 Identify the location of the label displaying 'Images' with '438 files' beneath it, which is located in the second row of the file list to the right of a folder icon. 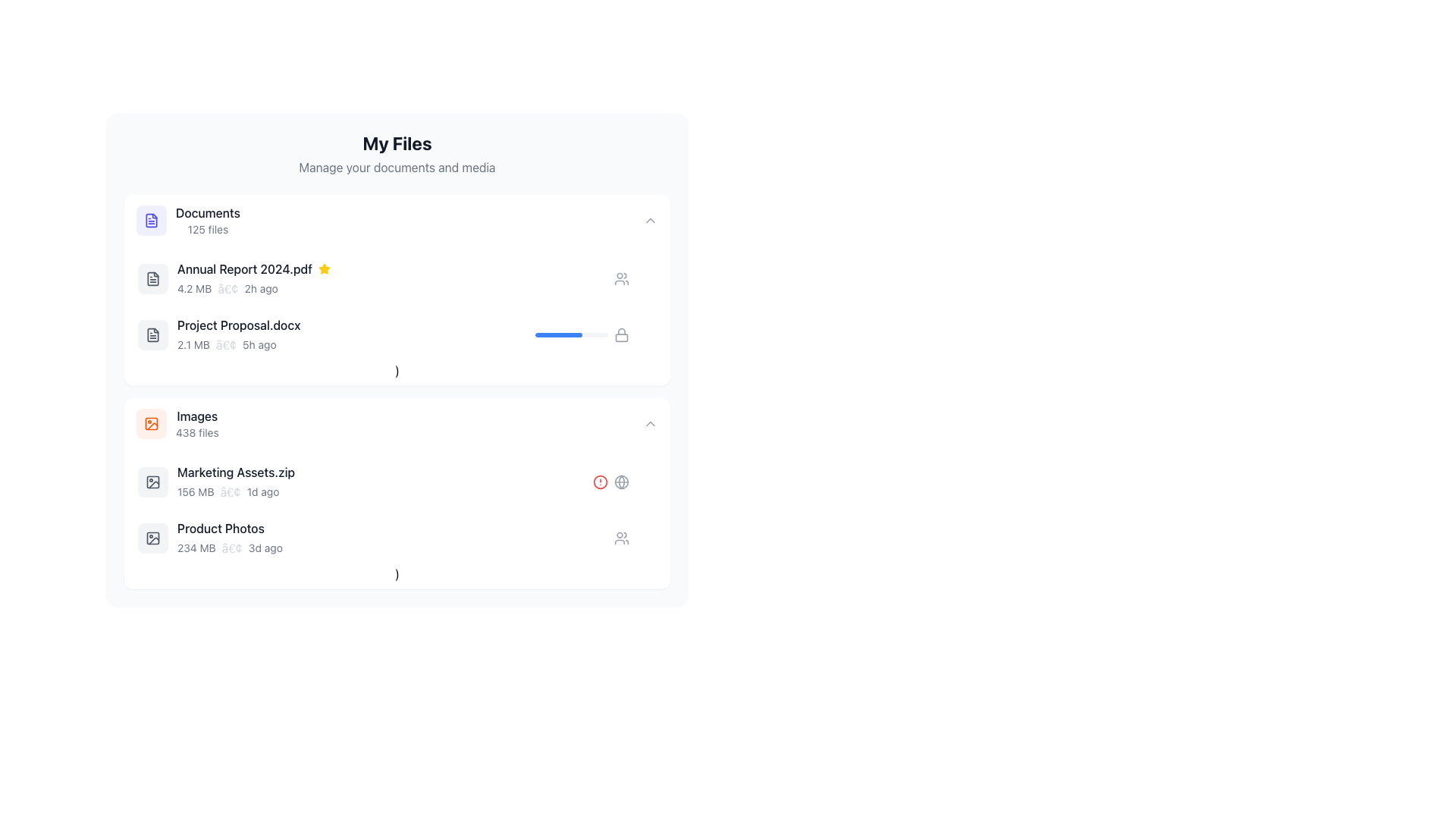
(196, 424).